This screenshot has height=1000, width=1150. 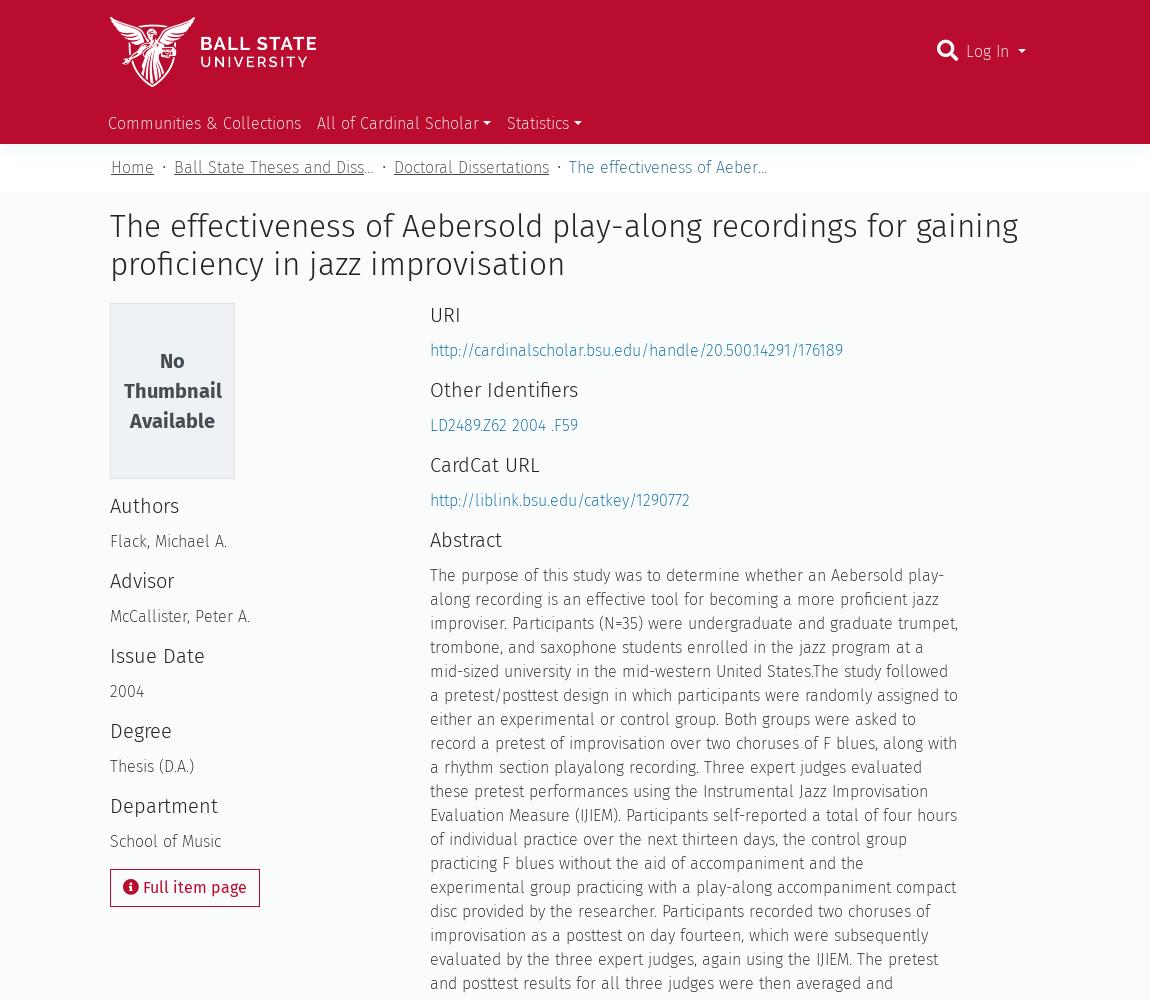 I want to click on 'Full item page', so click(x=191, y=887).